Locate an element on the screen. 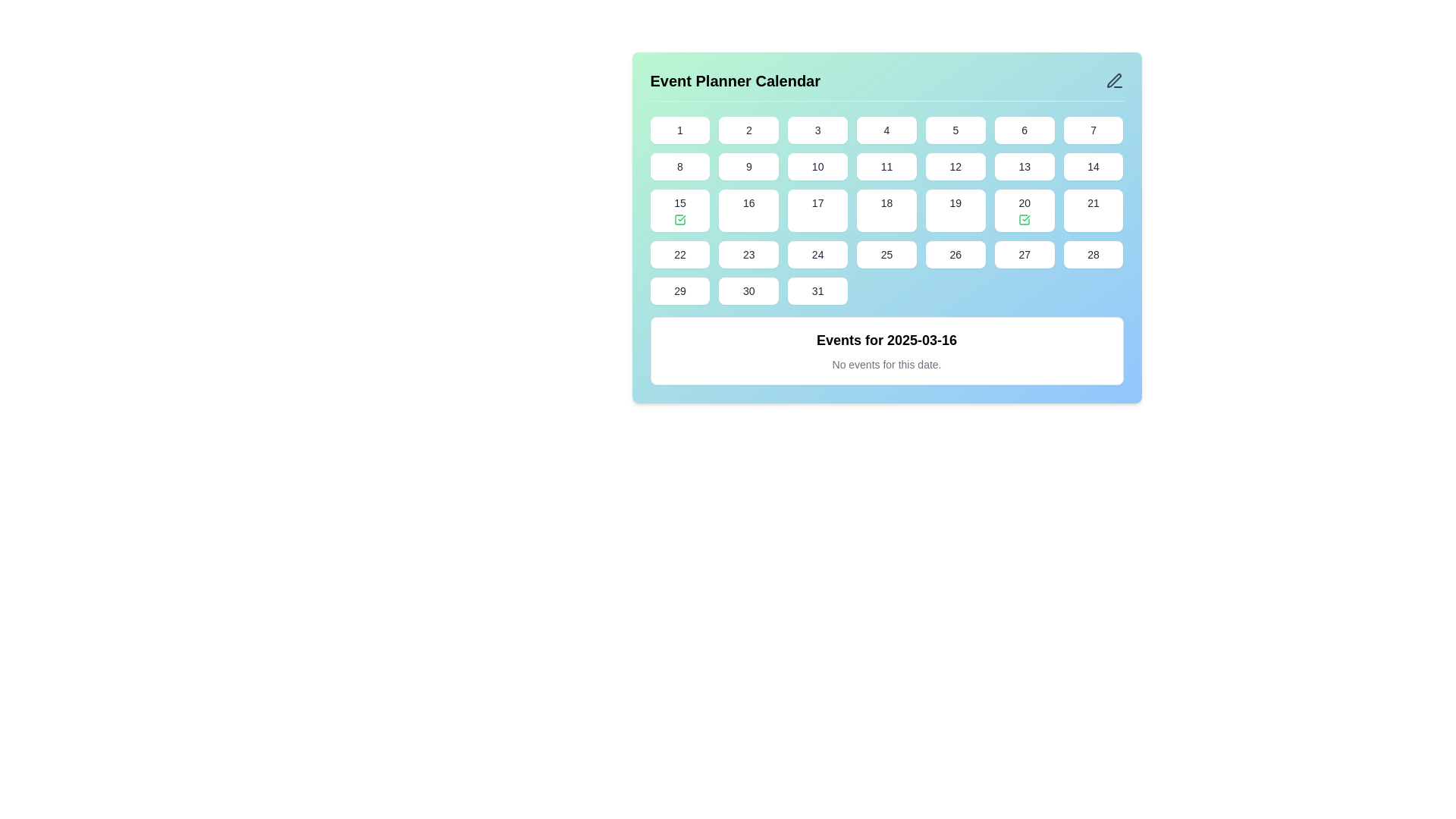 The width and height of the screenshot is (1456, 819). the button labeled '9' in the calendar interface is located at coordinates (748, 166).